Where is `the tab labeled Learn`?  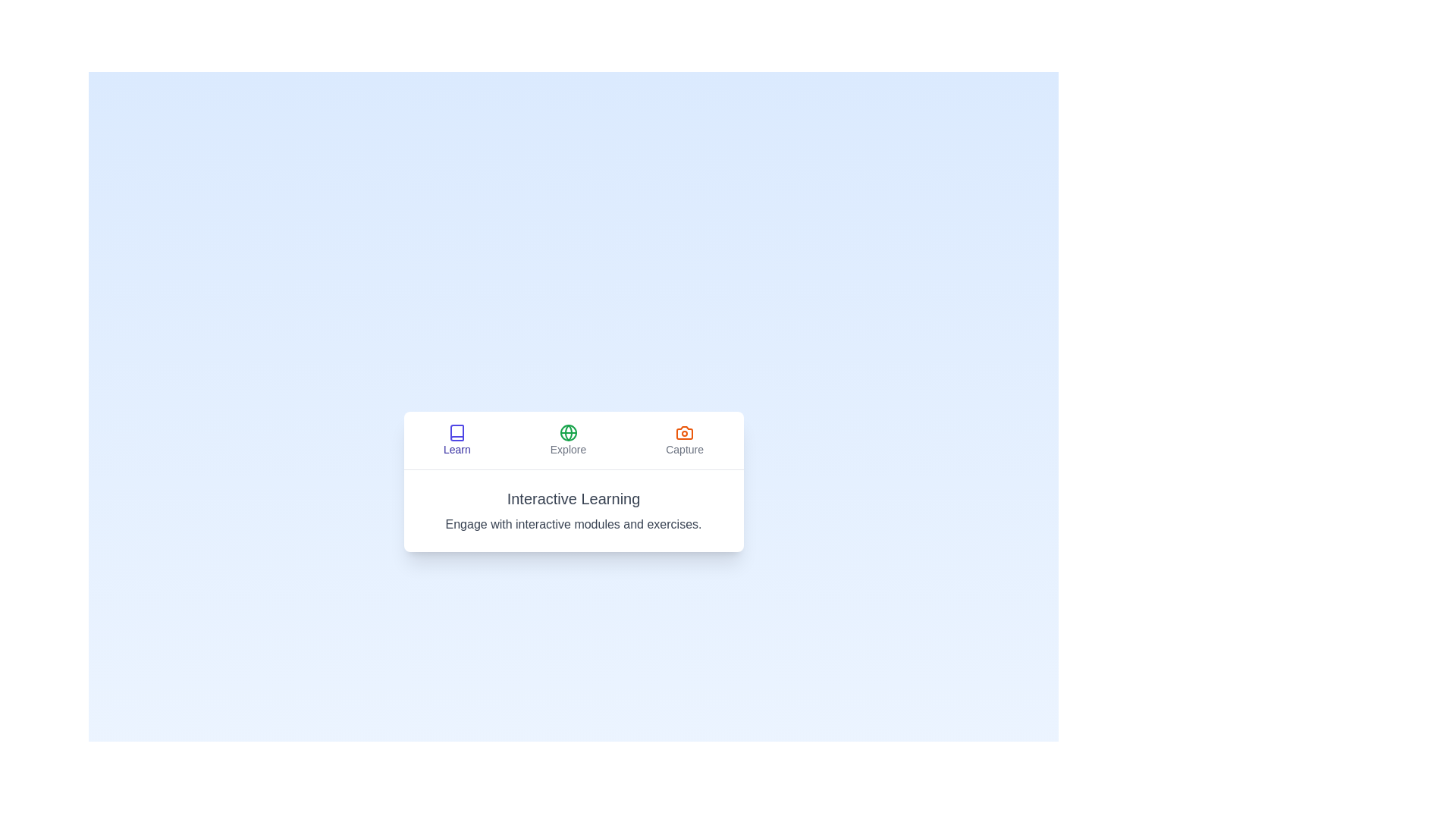
the tab labeled Learn is located at coordinates (456, 440).